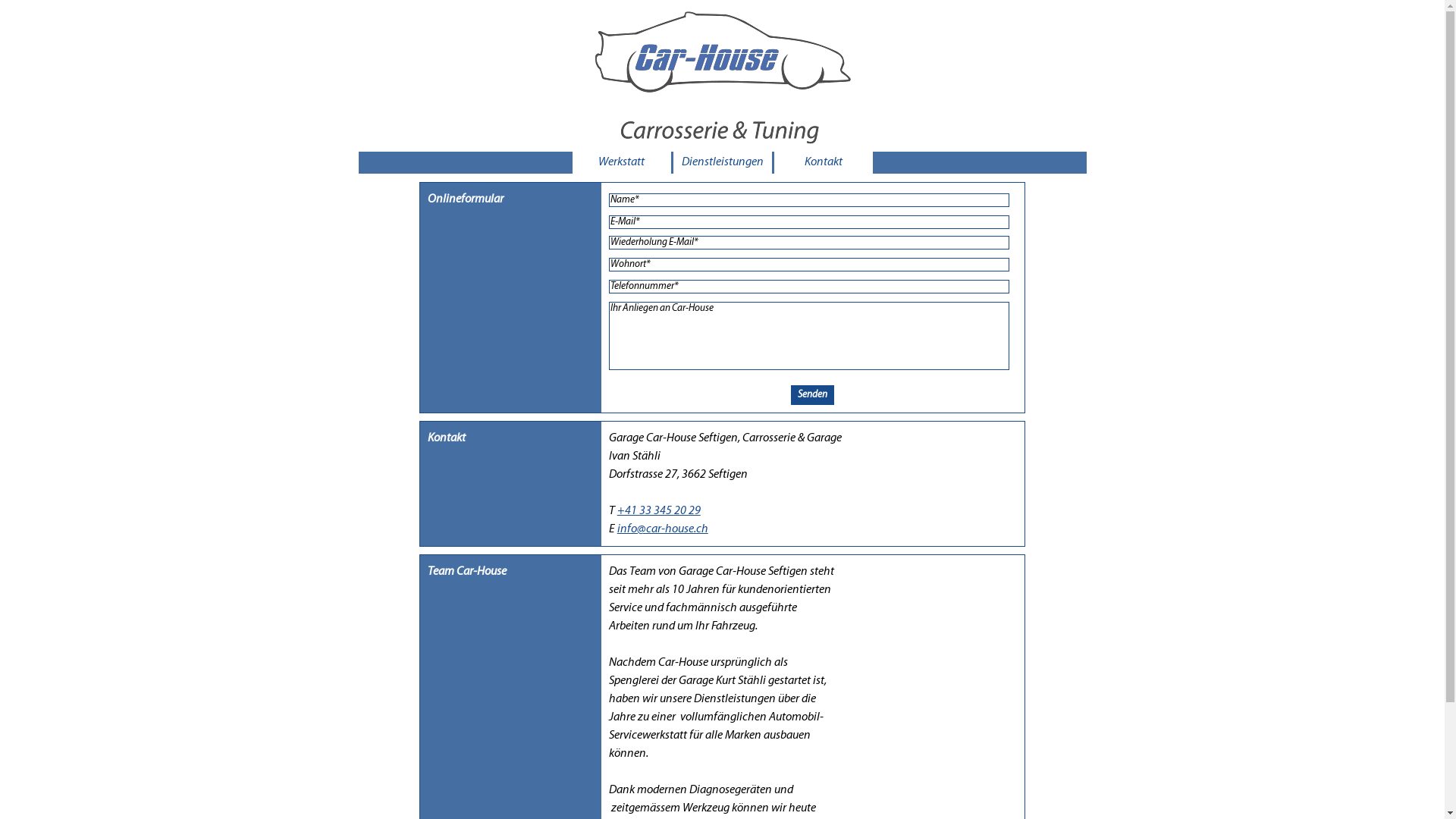 Image resolution: width=1456 pixels, height=819 pixels. I want to click on 'Kontakt', so click(821, 162).